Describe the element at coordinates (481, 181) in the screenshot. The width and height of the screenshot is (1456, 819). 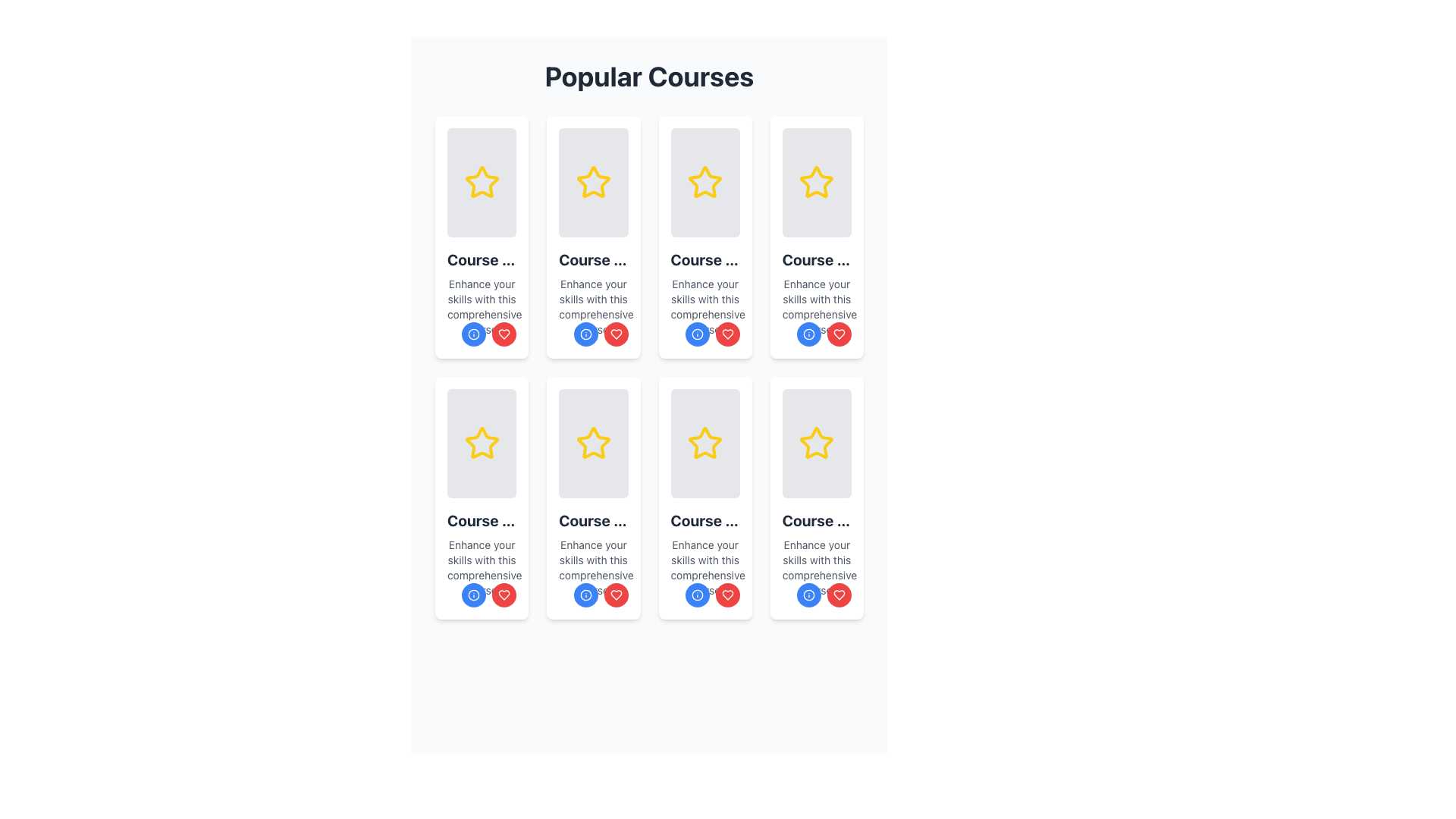
I see `the star icon graphic that represents ratings or favorites in the first card of the grid layout, located above the 'Course ...' text` at that location.